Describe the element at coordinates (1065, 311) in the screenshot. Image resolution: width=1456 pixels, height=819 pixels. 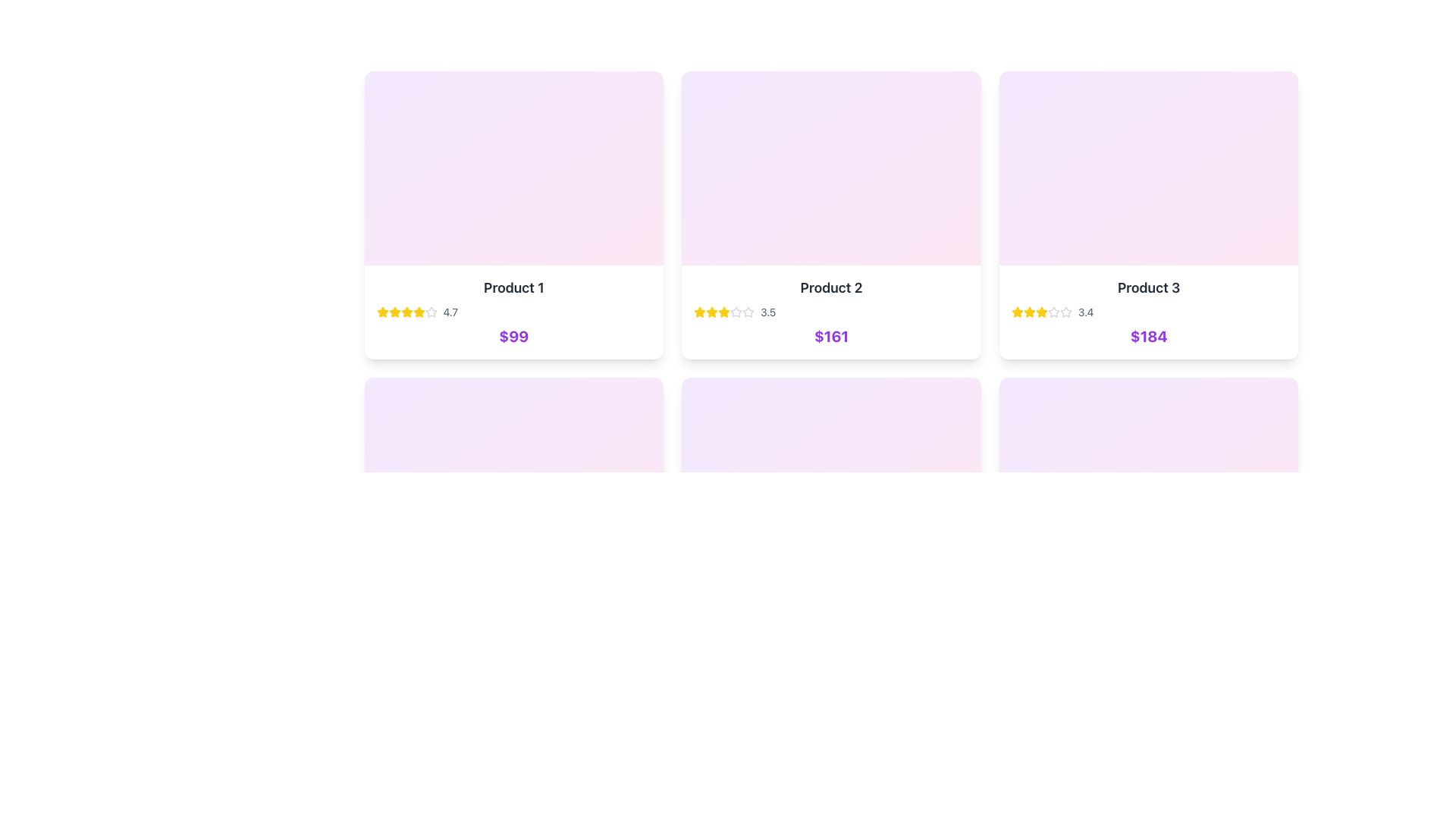
I see `the hollow star icon representing the second star in the 5-star rating system for 'Product 3' to alter the rating` at that location.